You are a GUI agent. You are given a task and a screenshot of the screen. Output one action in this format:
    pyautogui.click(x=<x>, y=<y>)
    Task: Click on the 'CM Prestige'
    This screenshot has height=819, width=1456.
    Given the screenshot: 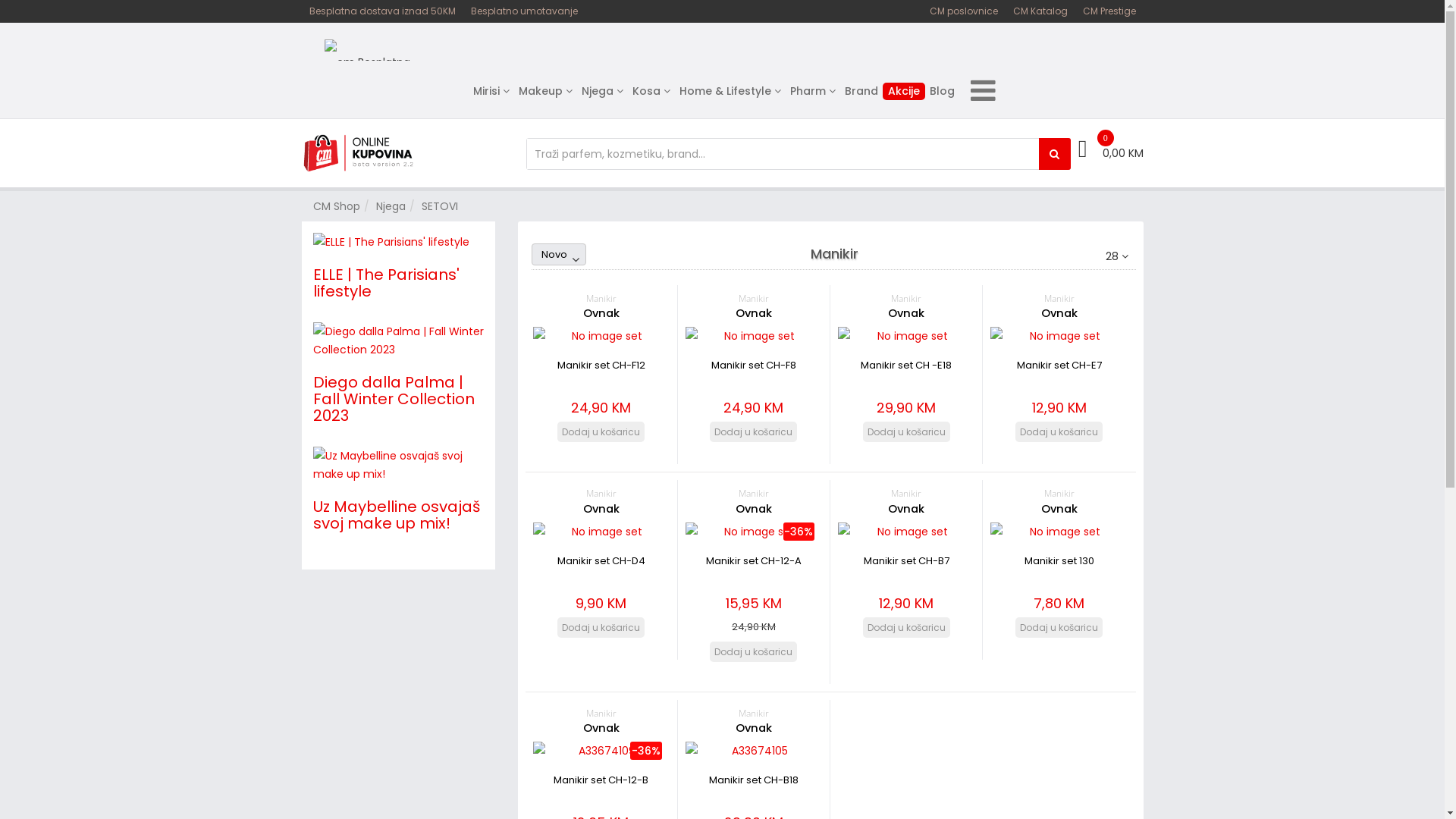 What is the action you would take?
    pyautogui.click(x=1109, y=11)
    